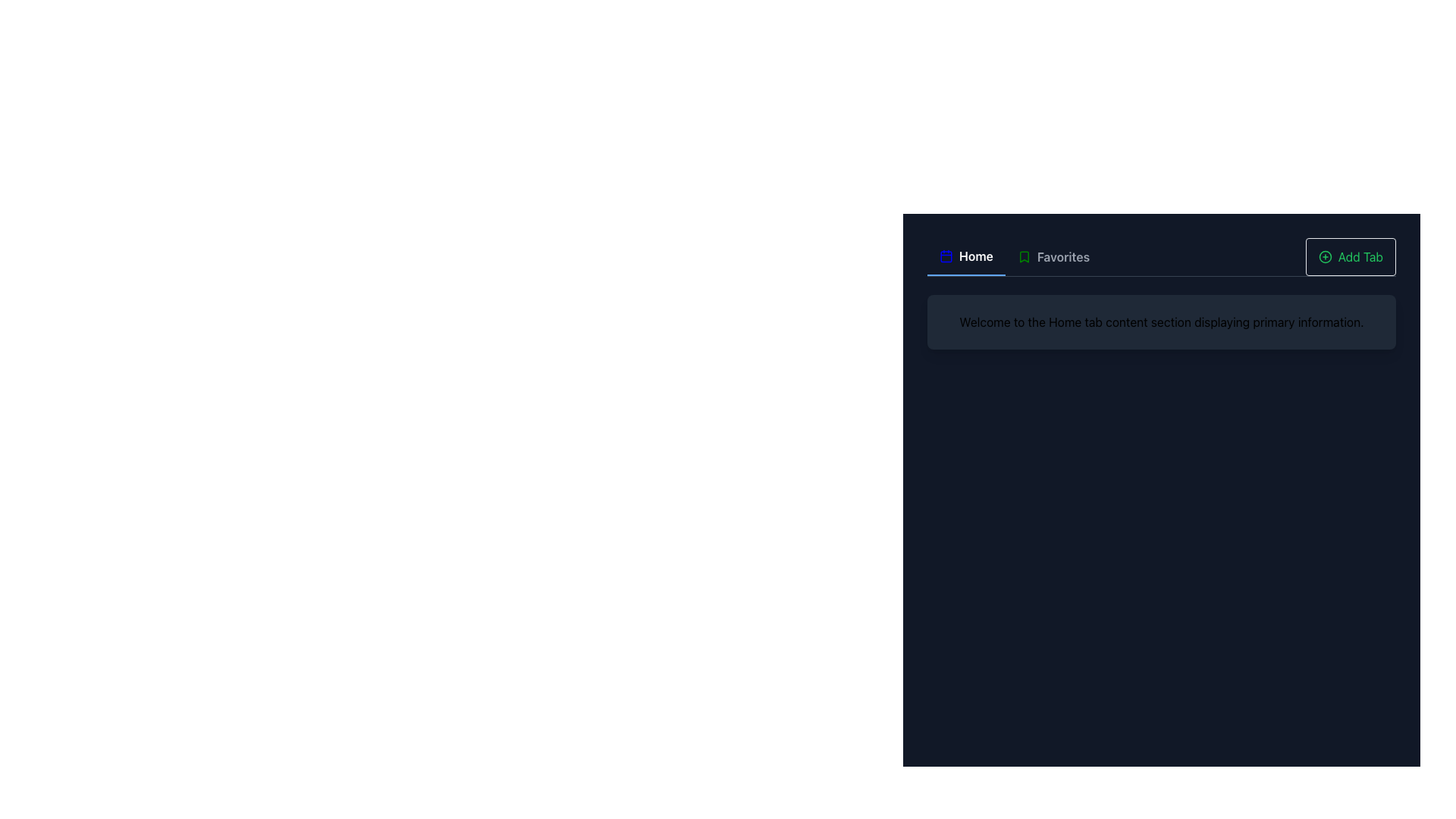 This screenshot has width=1456, height=819. Describe the element at coordinates (976, 256) in the screenshot. I see `the 'Home' navigation tab located in the top menu bar, which is adjacent to a calendar icon on the left and 'Favorites' on the right` at that location.